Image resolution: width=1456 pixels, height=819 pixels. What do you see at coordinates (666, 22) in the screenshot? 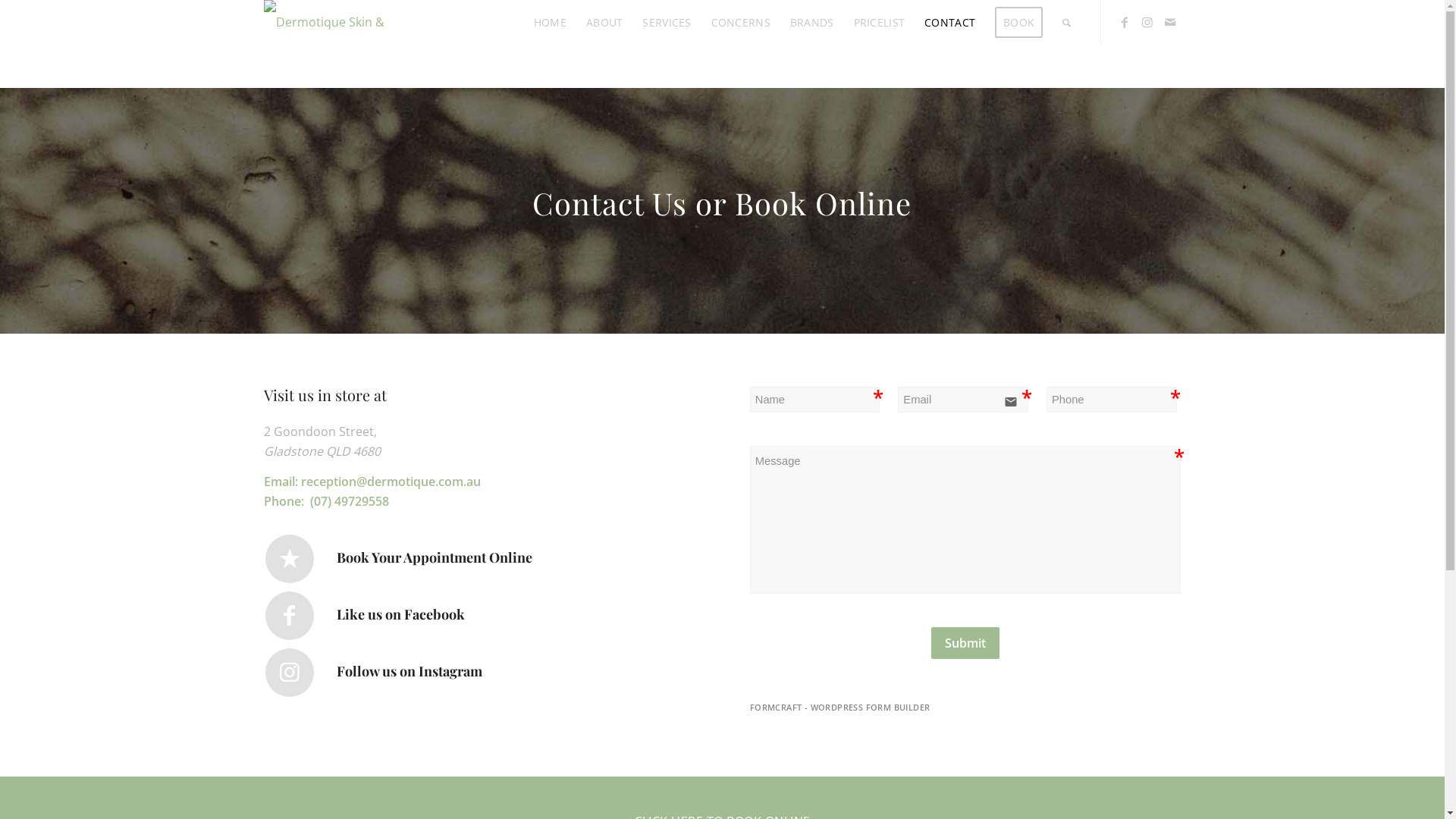
I see `'SERVICES'` at bounding box center [666, 22].